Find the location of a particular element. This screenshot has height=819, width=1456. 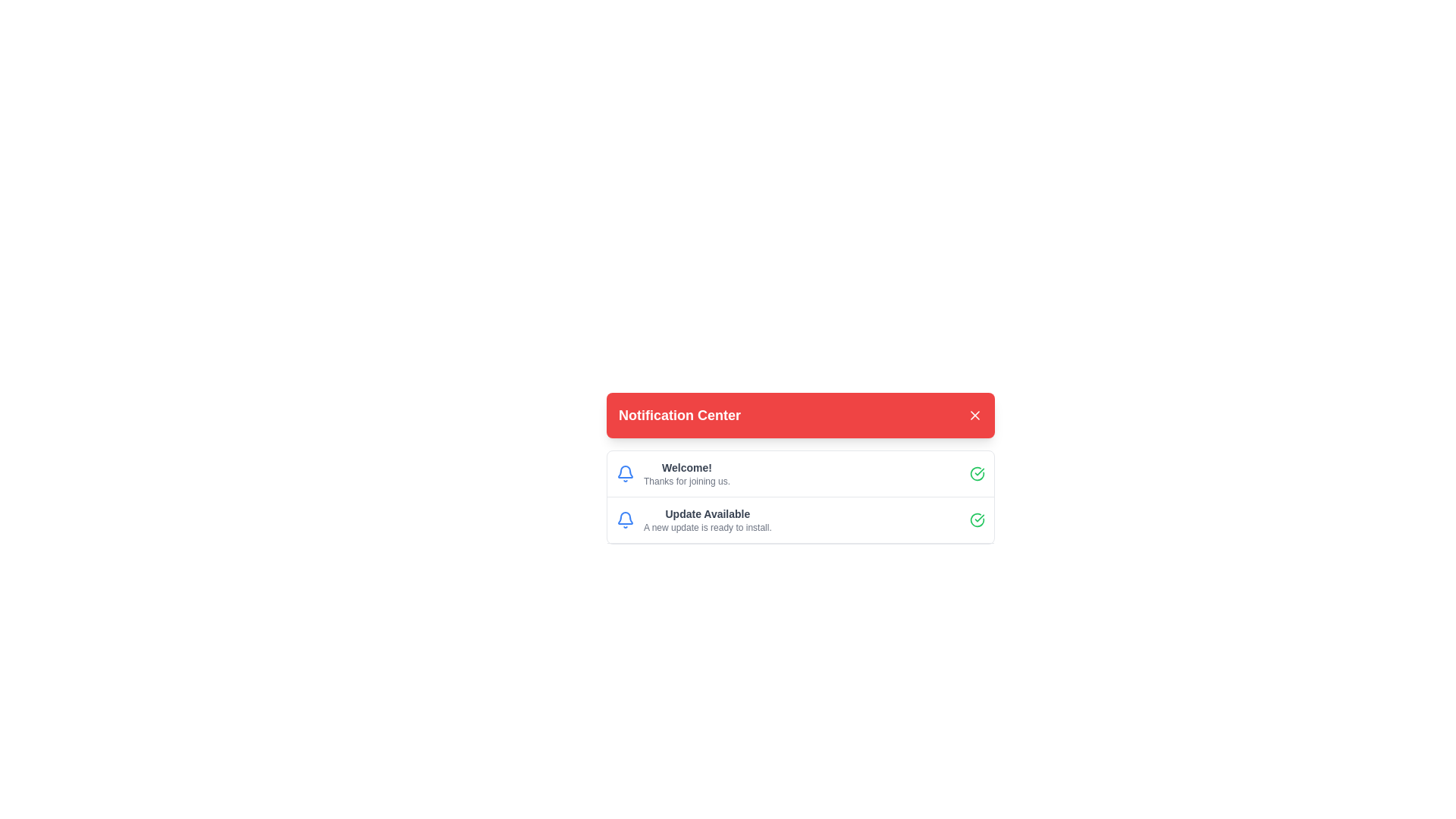

the static text located in the lower section of the notification box titled 'Notification Center', specifically the second line under the 'Update Available' heading is located at coordinates (707, 526).